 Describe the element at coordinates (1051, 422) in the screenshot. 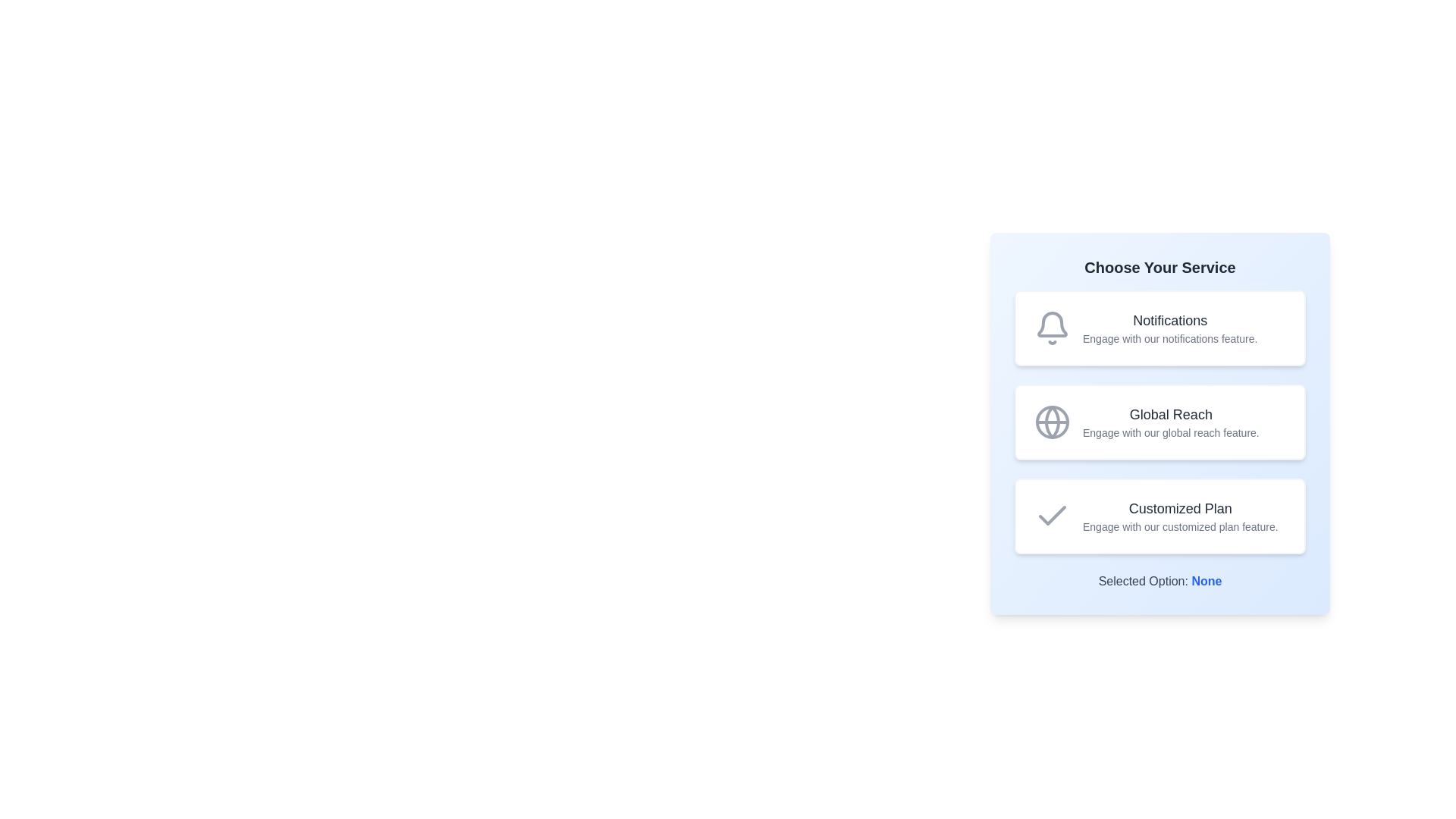

I see `the vertical elliptical line representing a meridian within the globe in the 'Global Reach' service option` at that location.